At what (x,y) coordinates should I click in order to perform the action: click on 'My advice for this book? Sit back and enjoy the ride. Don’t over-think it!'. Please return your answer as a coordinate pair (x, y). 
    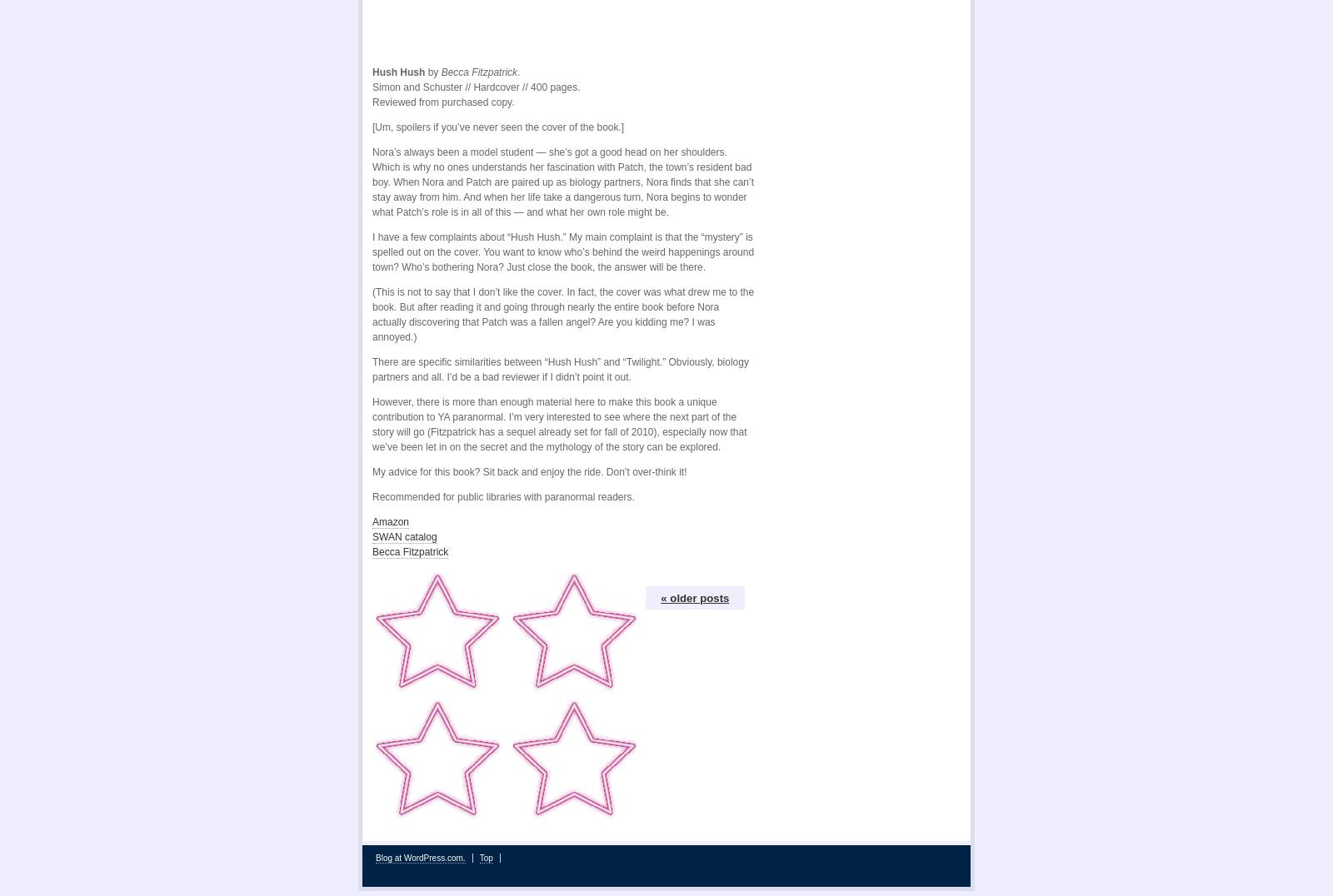
    Looking at the image, I should click on (372, 466).